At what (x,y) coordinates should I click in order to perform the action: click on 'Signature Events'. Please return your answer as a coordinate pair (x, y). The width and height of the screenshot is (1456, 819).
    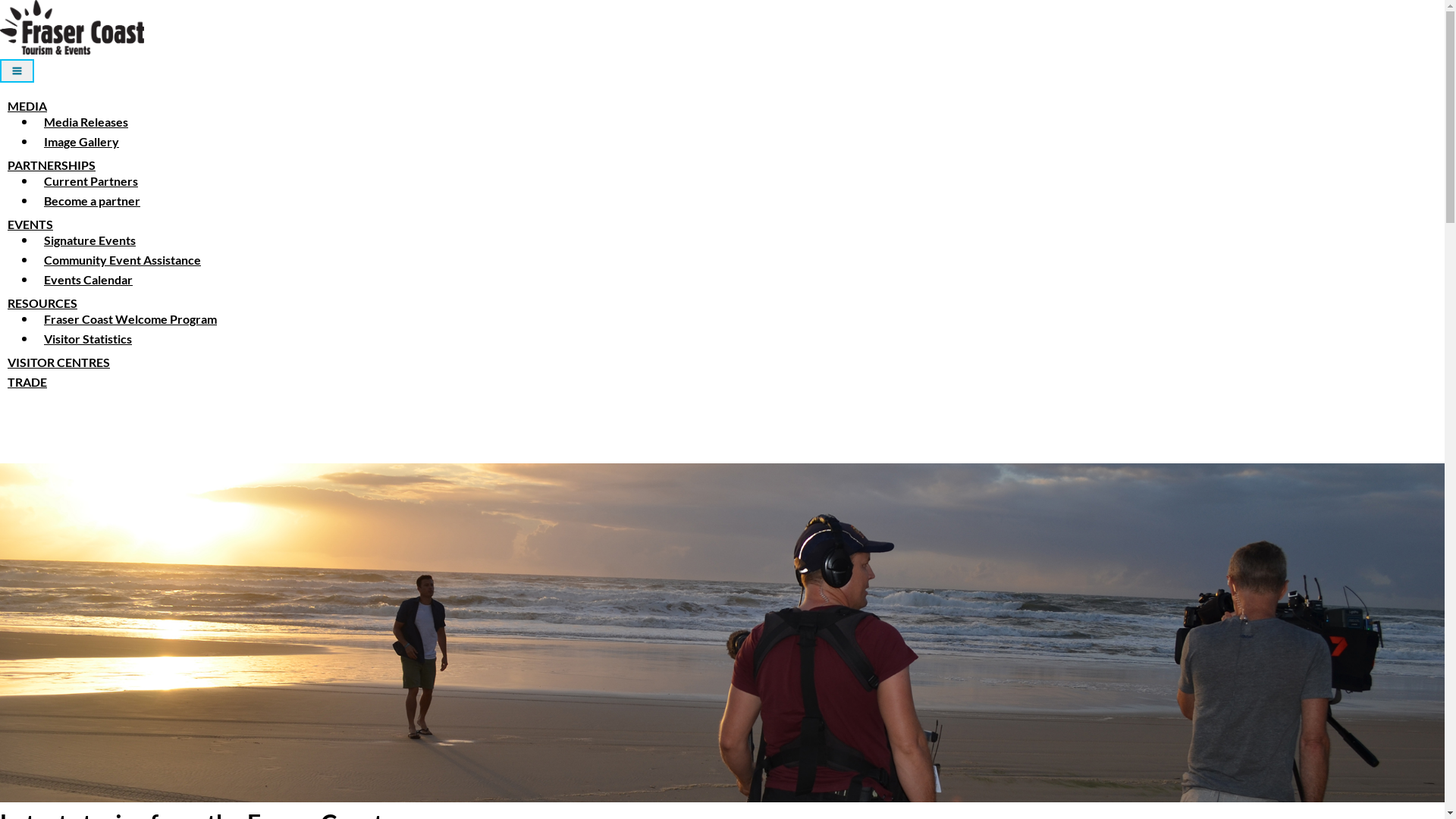
    Looking at the image, I should click on (89, 239).